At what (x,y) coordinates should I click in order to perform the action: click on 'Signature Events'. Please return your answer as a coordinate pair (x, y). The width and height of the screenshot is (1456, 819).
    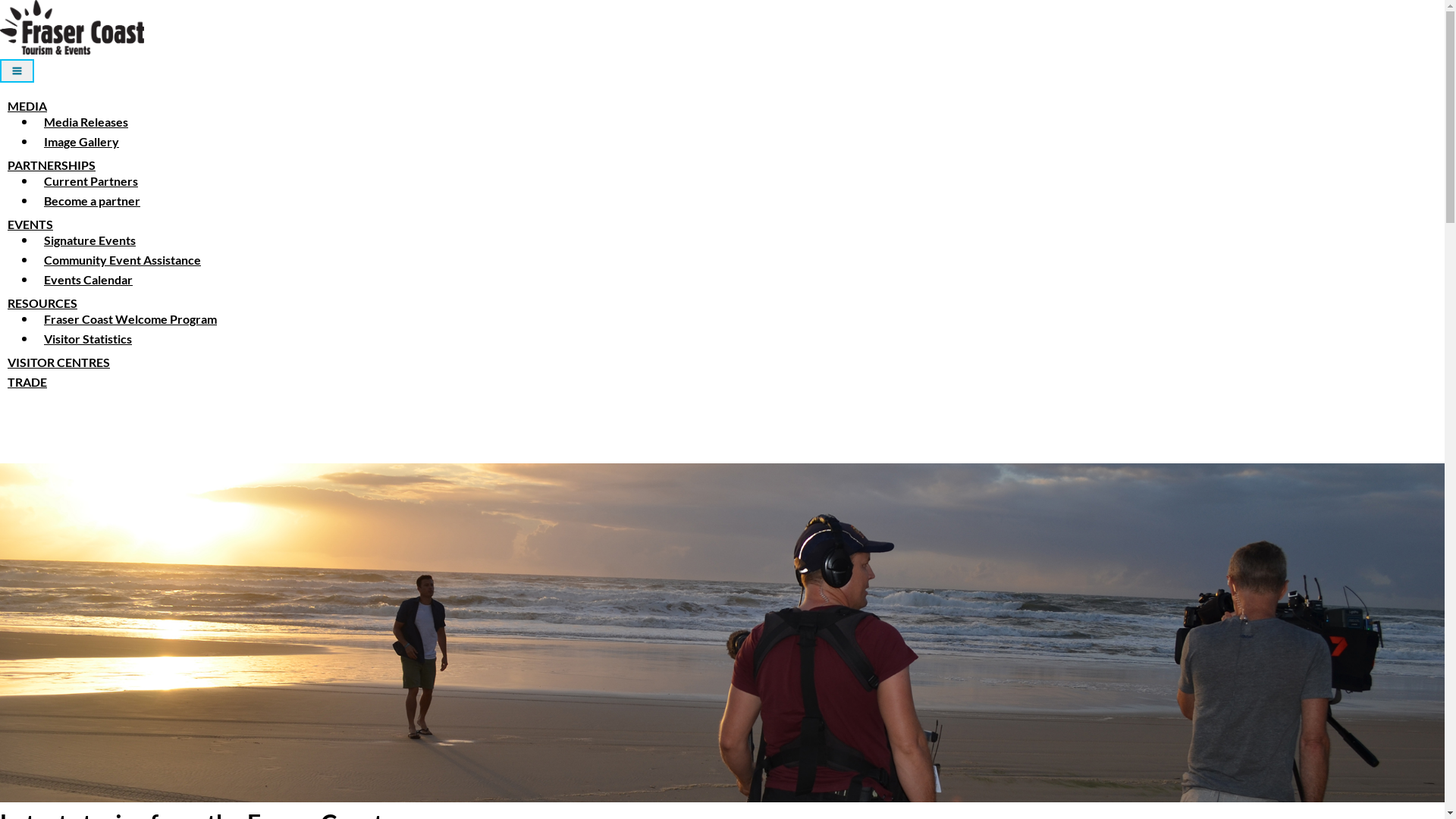
    Looking at the image, I should click on (89, 239).